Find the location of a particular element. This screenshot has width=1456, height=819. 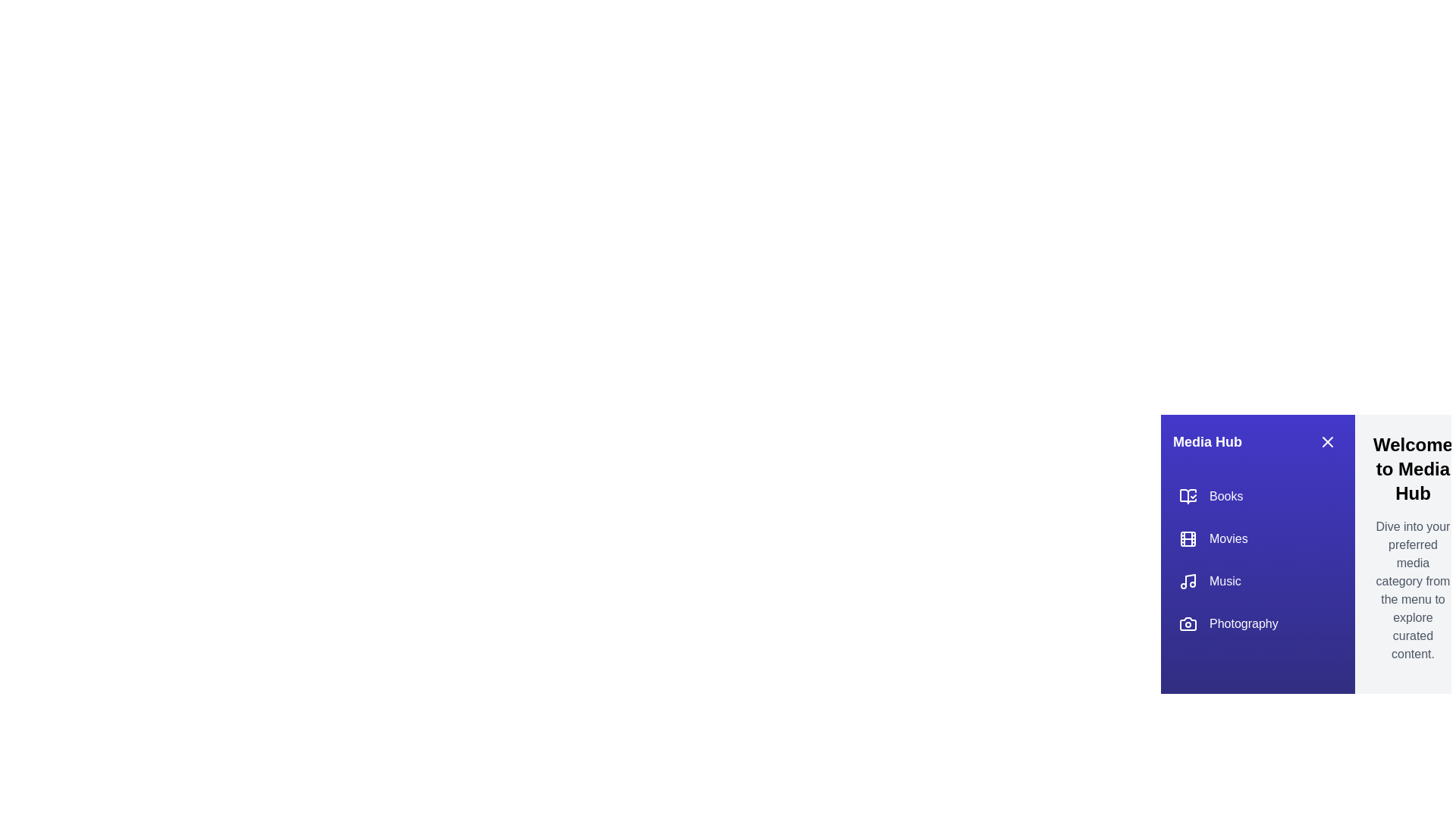

the icon for the category Photography is located at coordinates (1187, 623).